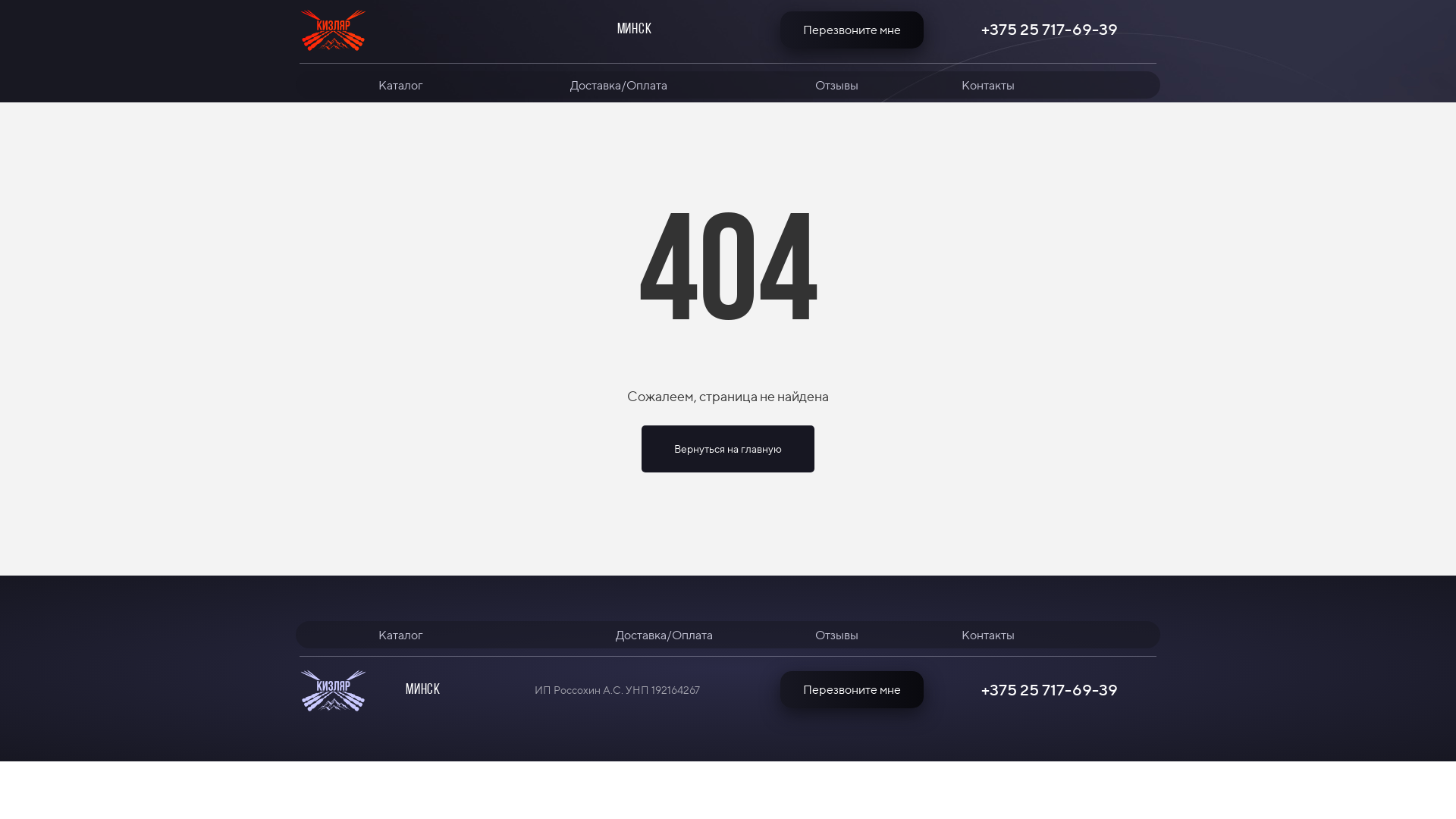  What do you see at coordinates (1048, 690) in the screenshot?
I see `'+375 25 717-69-39'` at bounding box center [1048, 690].